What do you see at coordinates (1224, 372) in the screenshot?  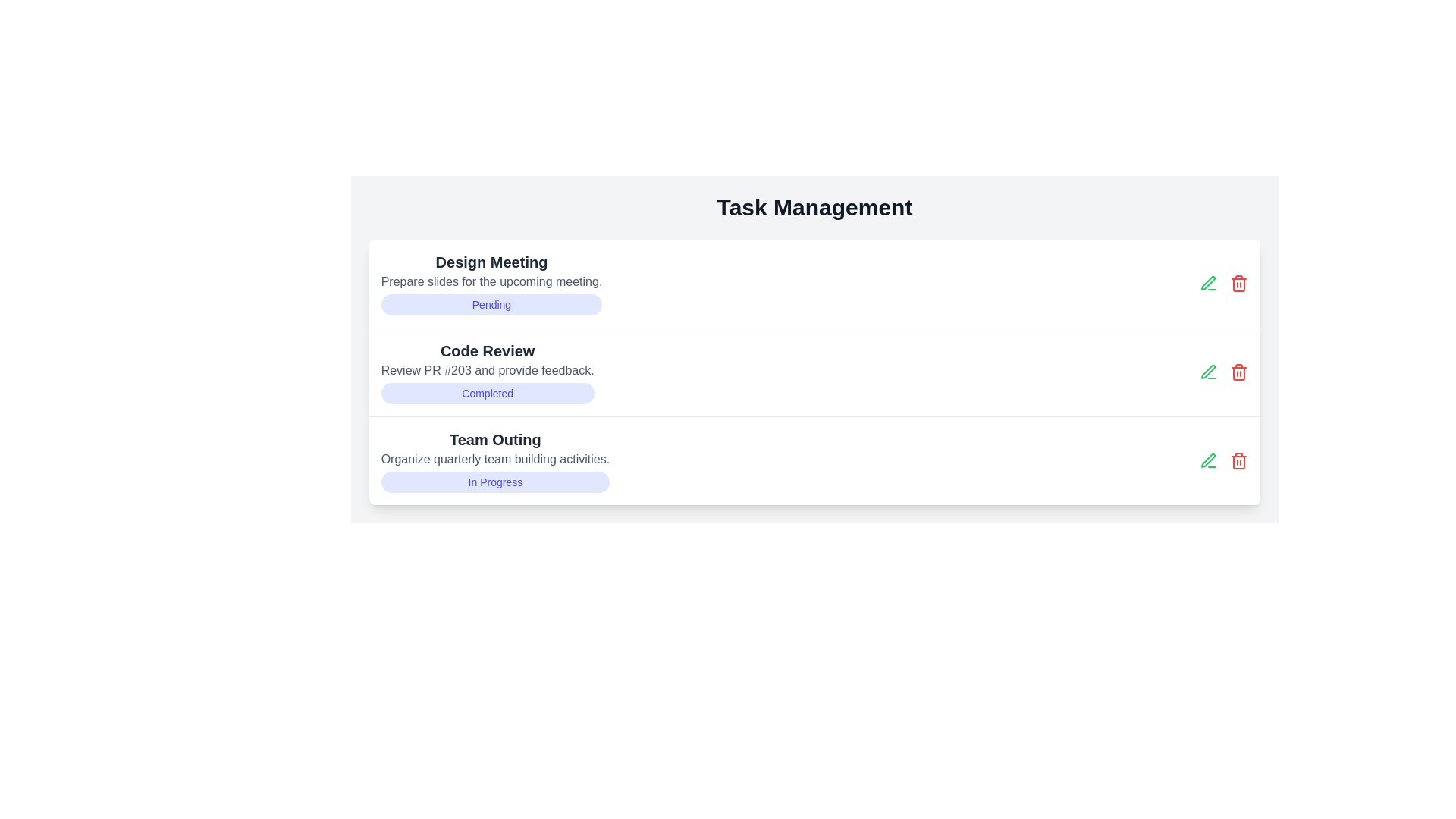 I see `the green pencil icon in the action icons row for the 'Code Review' task` at bounding box center [1224, 372].